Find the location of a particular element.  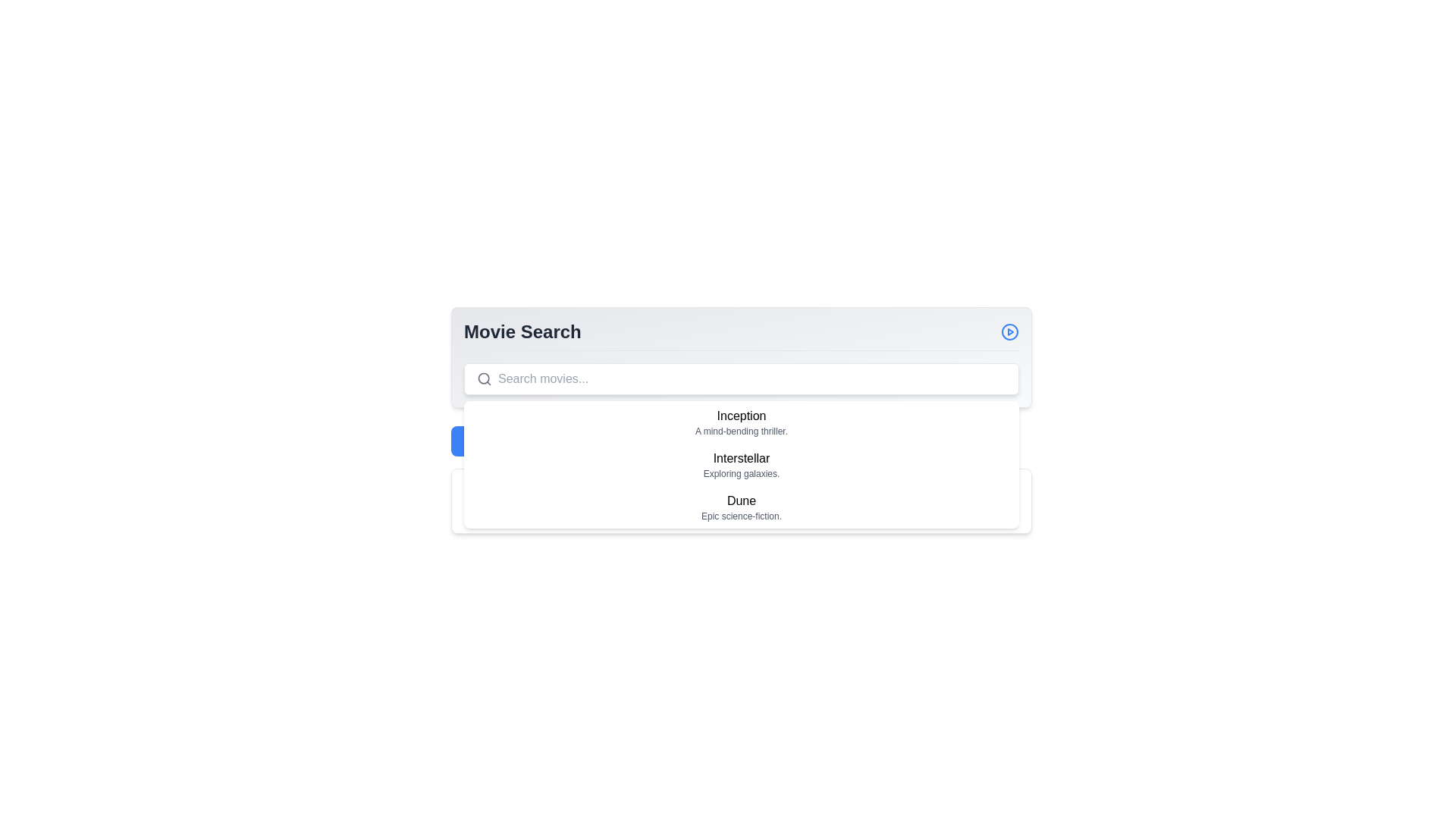

the static text displaying 'A mind-bending thriller.' which is located below the title 'Inception' in the movie list is located at coordinates (742, 431).